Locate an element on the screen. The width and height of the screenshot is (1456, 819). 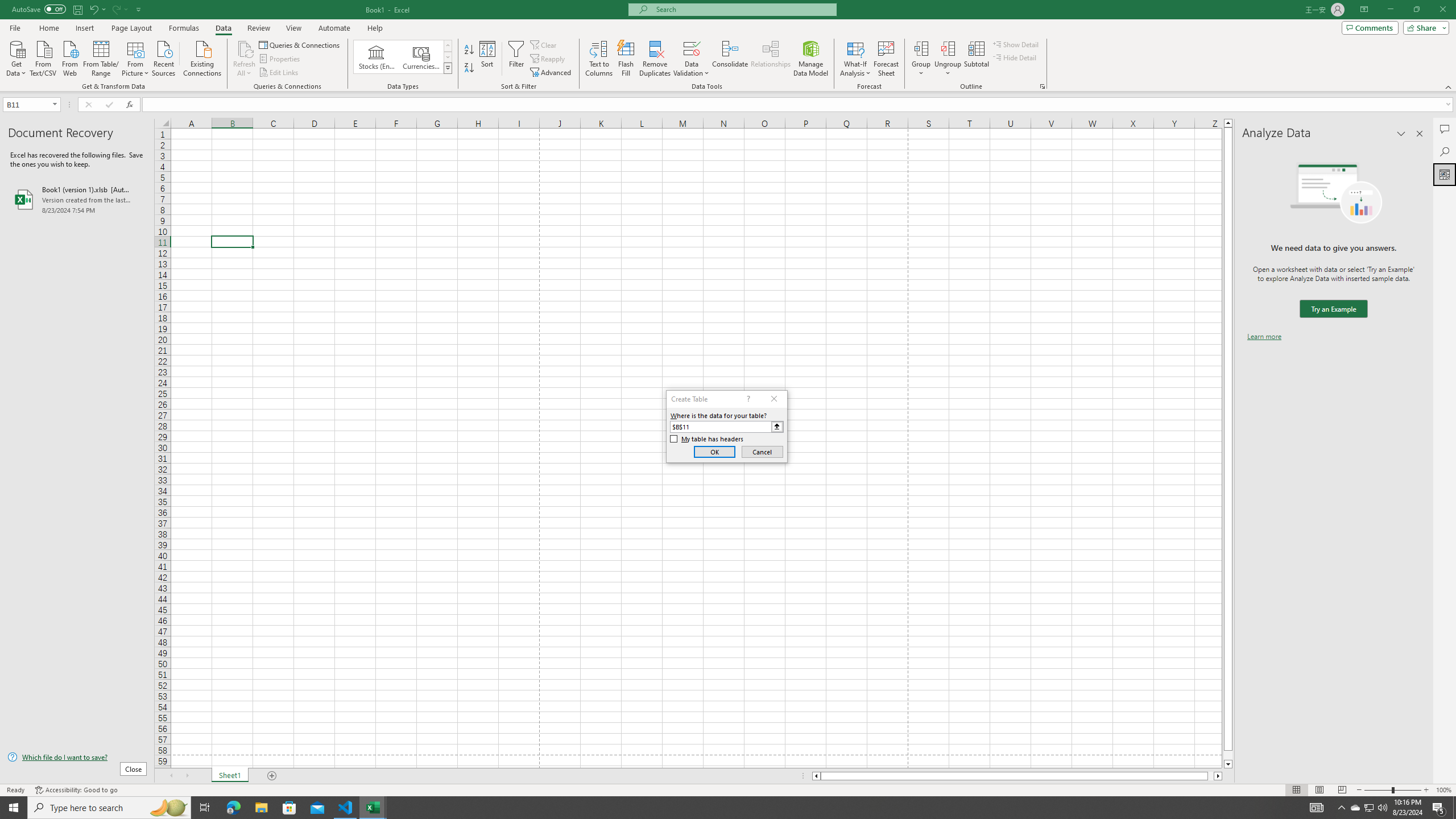
'Zoom' is located at coordinates (1392, 790).